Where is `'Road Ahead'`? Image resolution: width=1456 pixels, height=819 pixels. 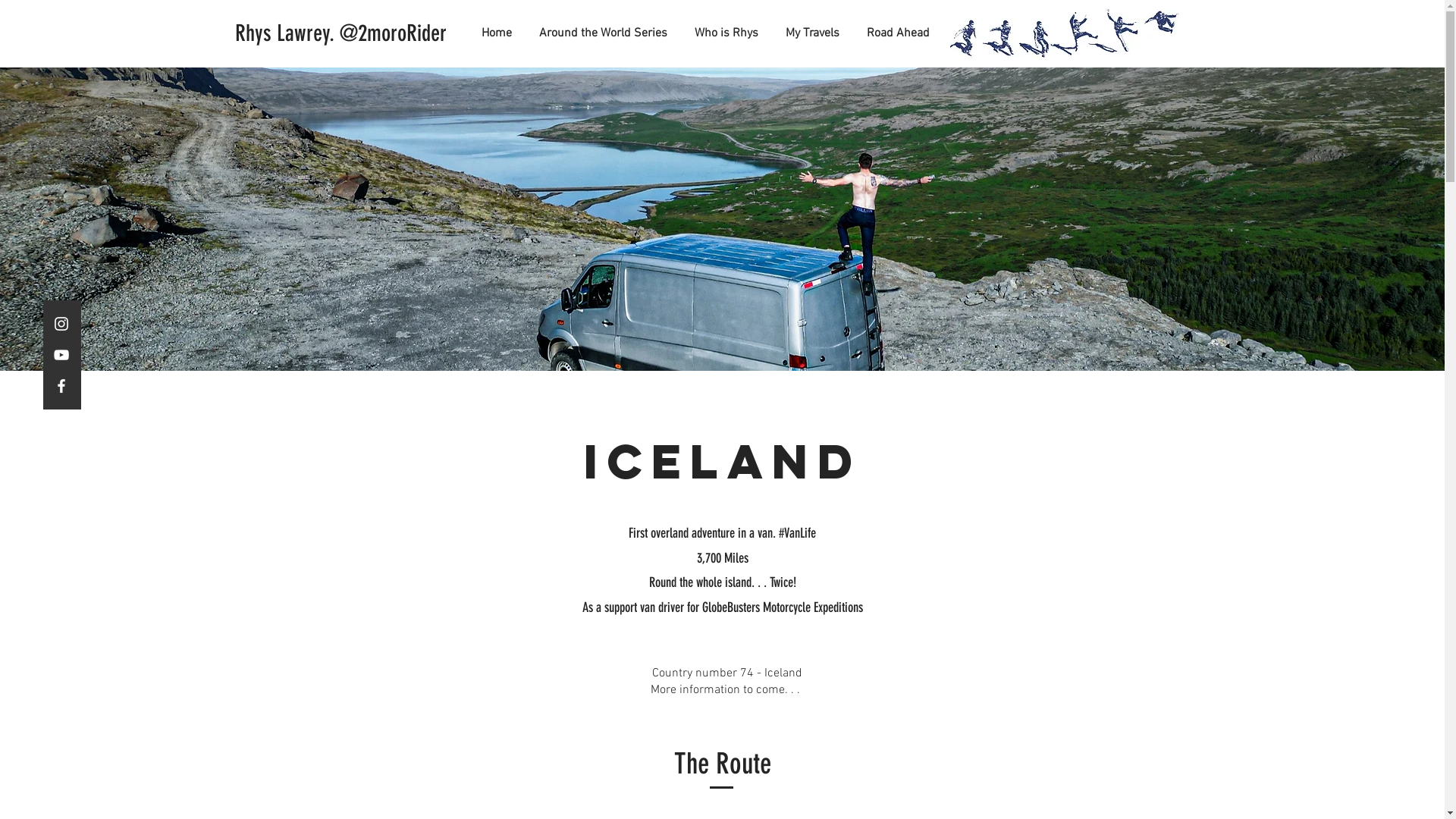 'Road Ahead' is located at coordinates (846, 33).